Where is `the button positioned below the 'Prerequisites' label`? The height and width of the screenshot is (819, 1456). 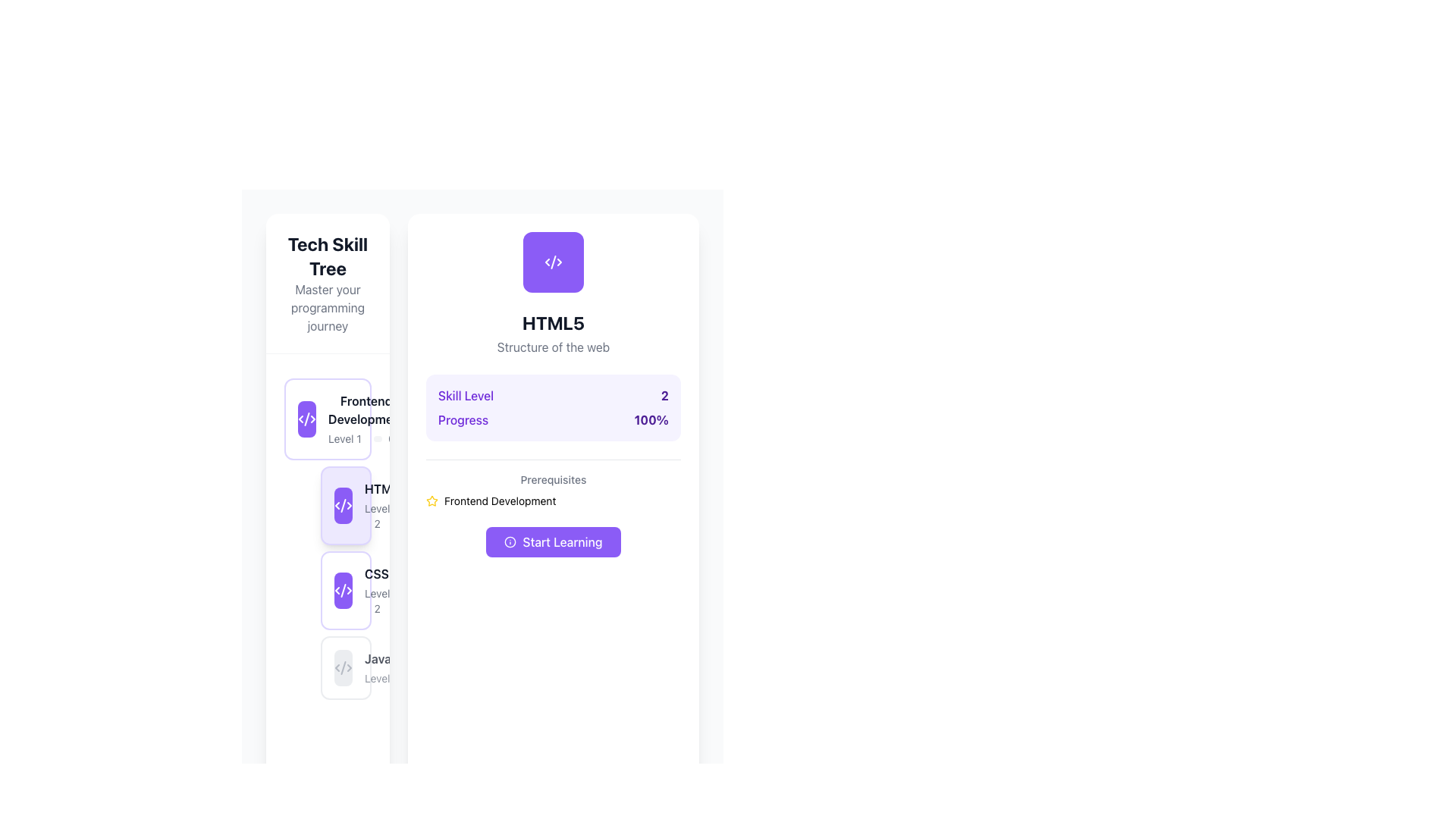 the button positioned below the 'Prerequisites' label is located at coordinates (552, 541).